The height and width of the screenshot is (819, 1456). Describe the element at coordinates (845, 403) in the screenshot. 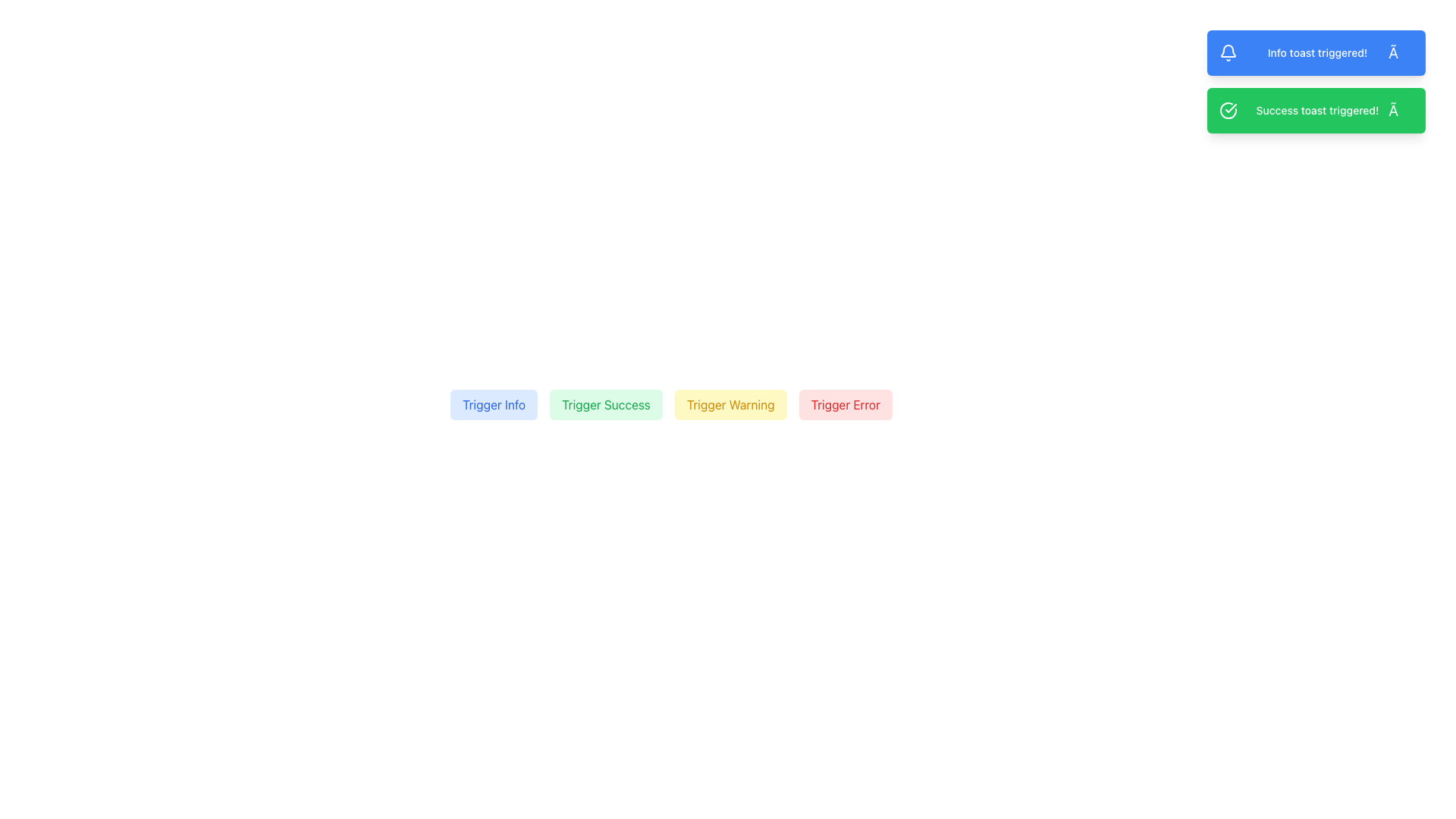

I see `the fourth button labeled 'Trigger Error' with a red border and light red background` at that location.